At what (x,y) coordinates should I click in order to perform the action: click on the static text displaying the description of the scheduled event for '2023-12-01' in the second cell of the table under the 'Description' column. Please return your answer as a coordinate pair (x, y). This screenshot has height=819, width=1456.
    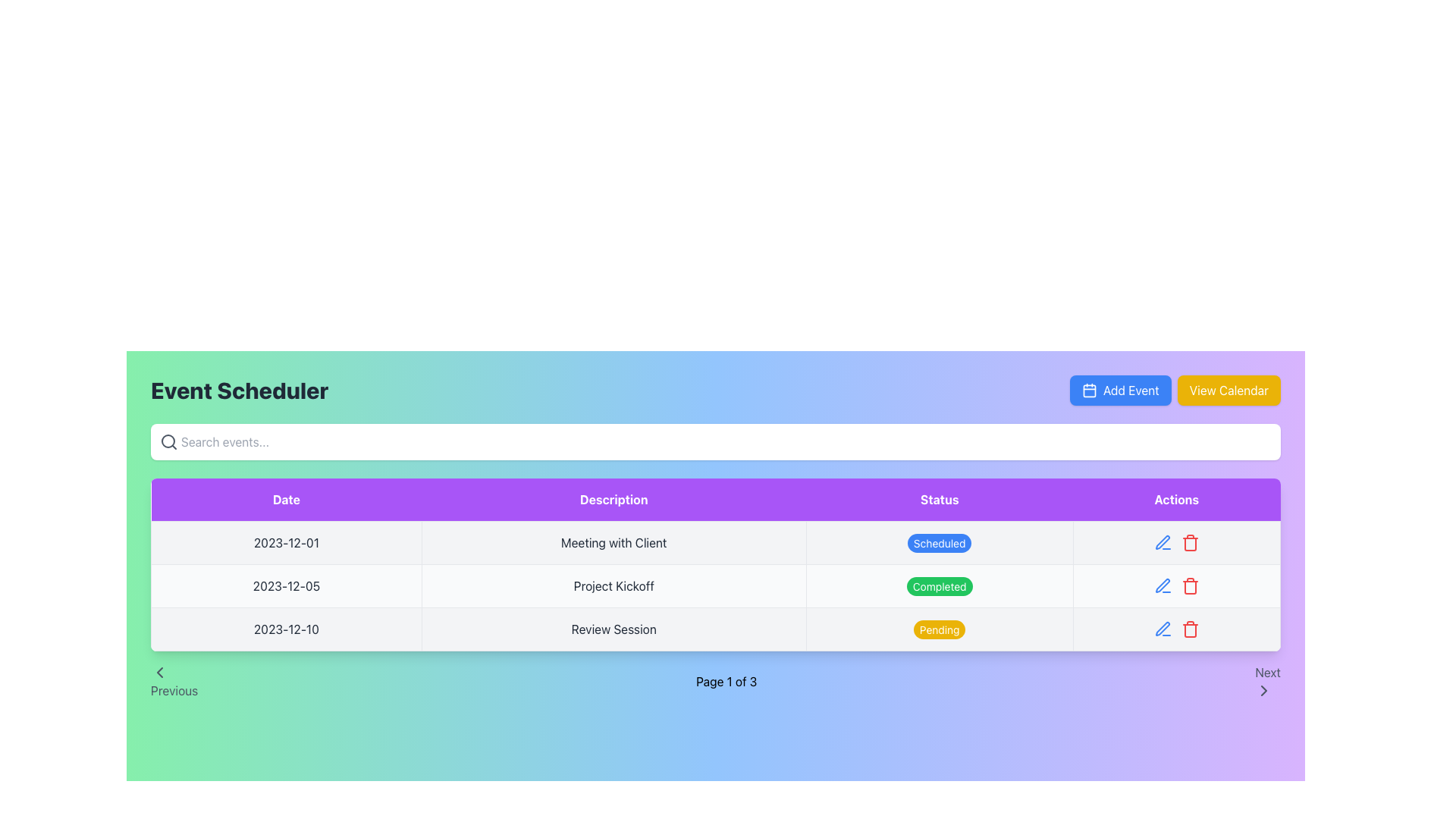
    Looking at the image, I should click on (613, 542).